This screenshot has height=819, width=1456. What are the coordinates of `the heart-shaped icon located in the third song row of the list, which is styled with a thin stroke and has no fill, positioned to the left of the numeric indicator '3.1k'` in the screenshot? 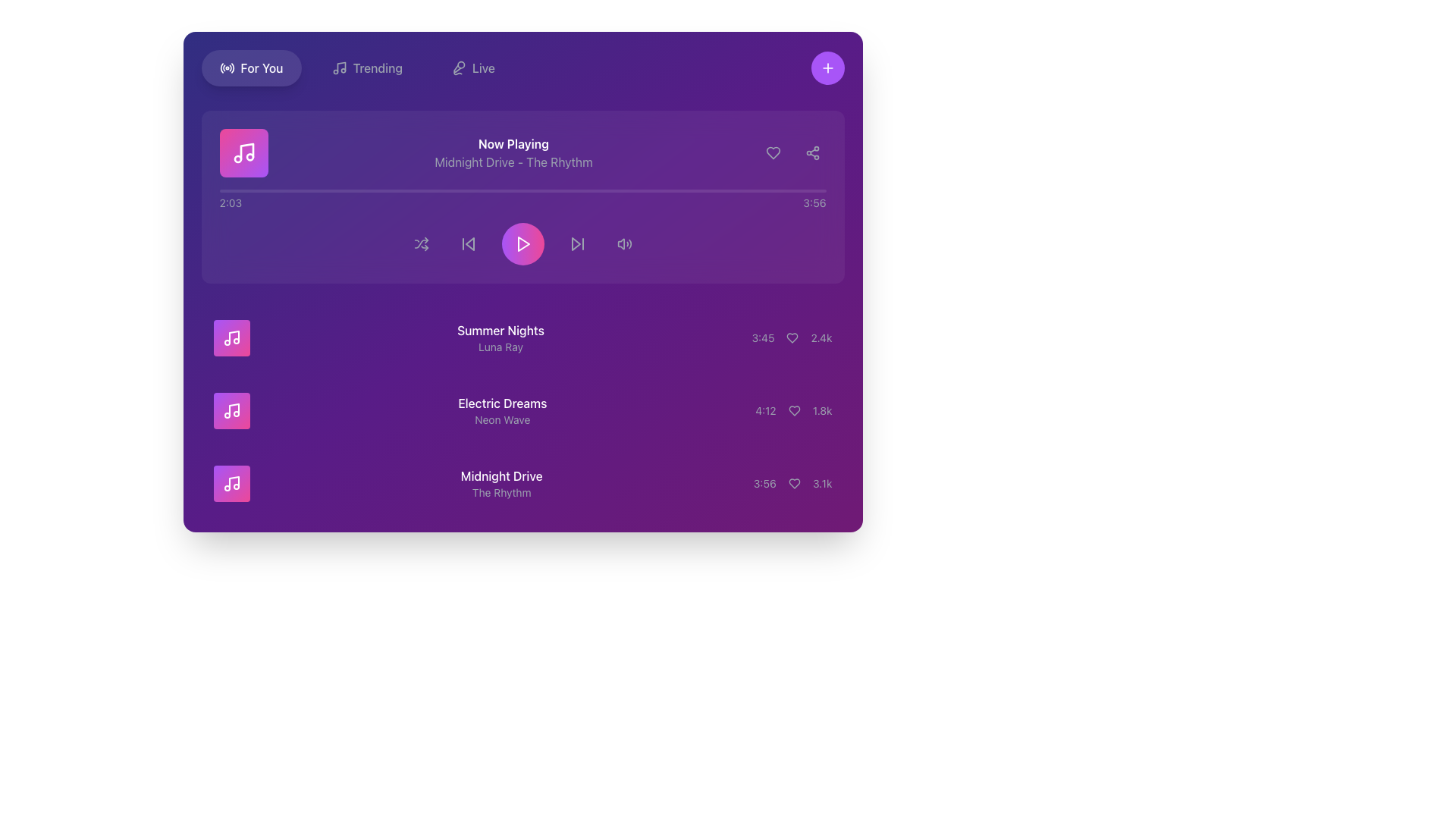 It's located at (793, 483).